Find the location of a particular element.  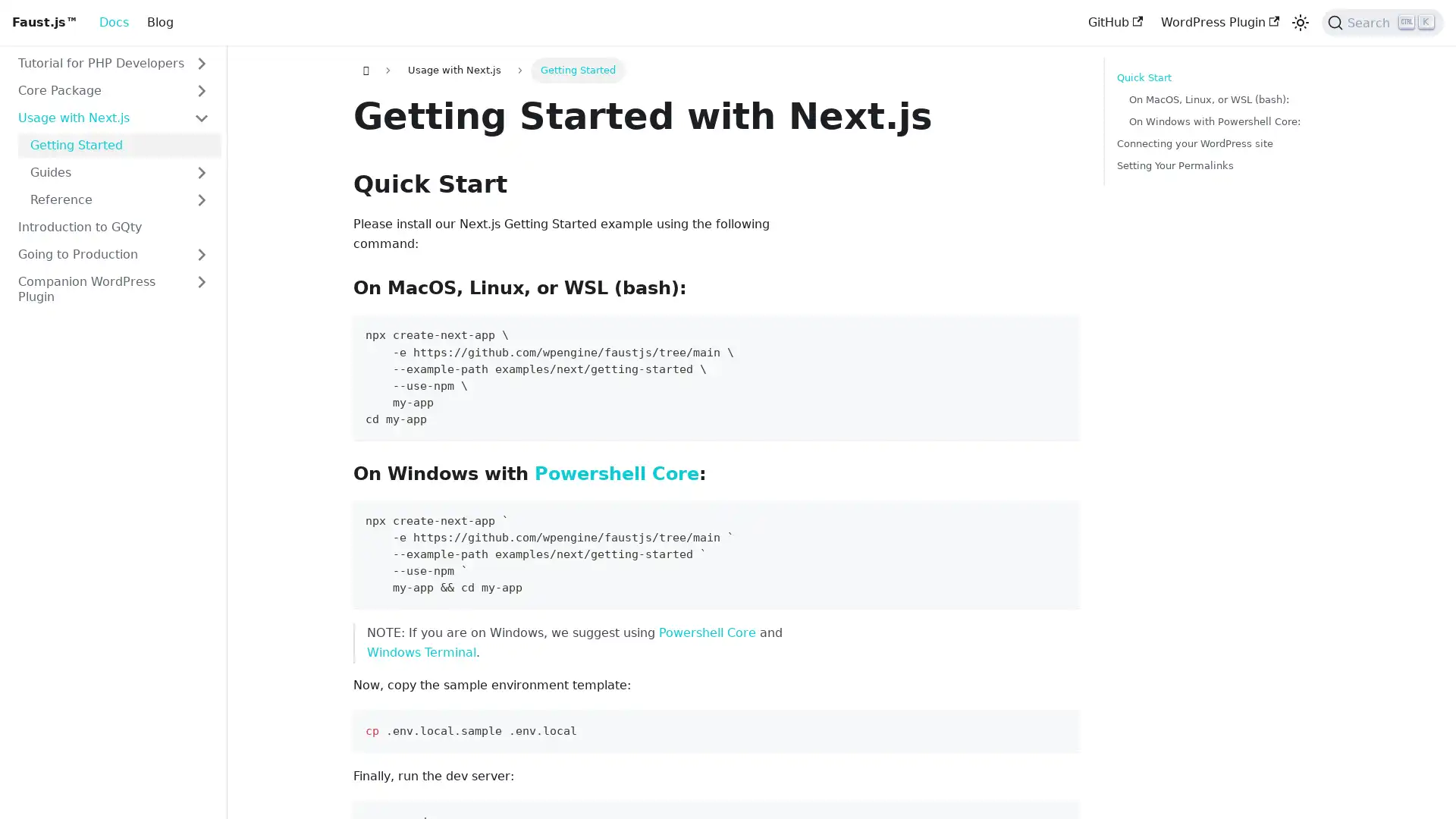

Copy code to clipboard is located at coordinates (1060, 517).